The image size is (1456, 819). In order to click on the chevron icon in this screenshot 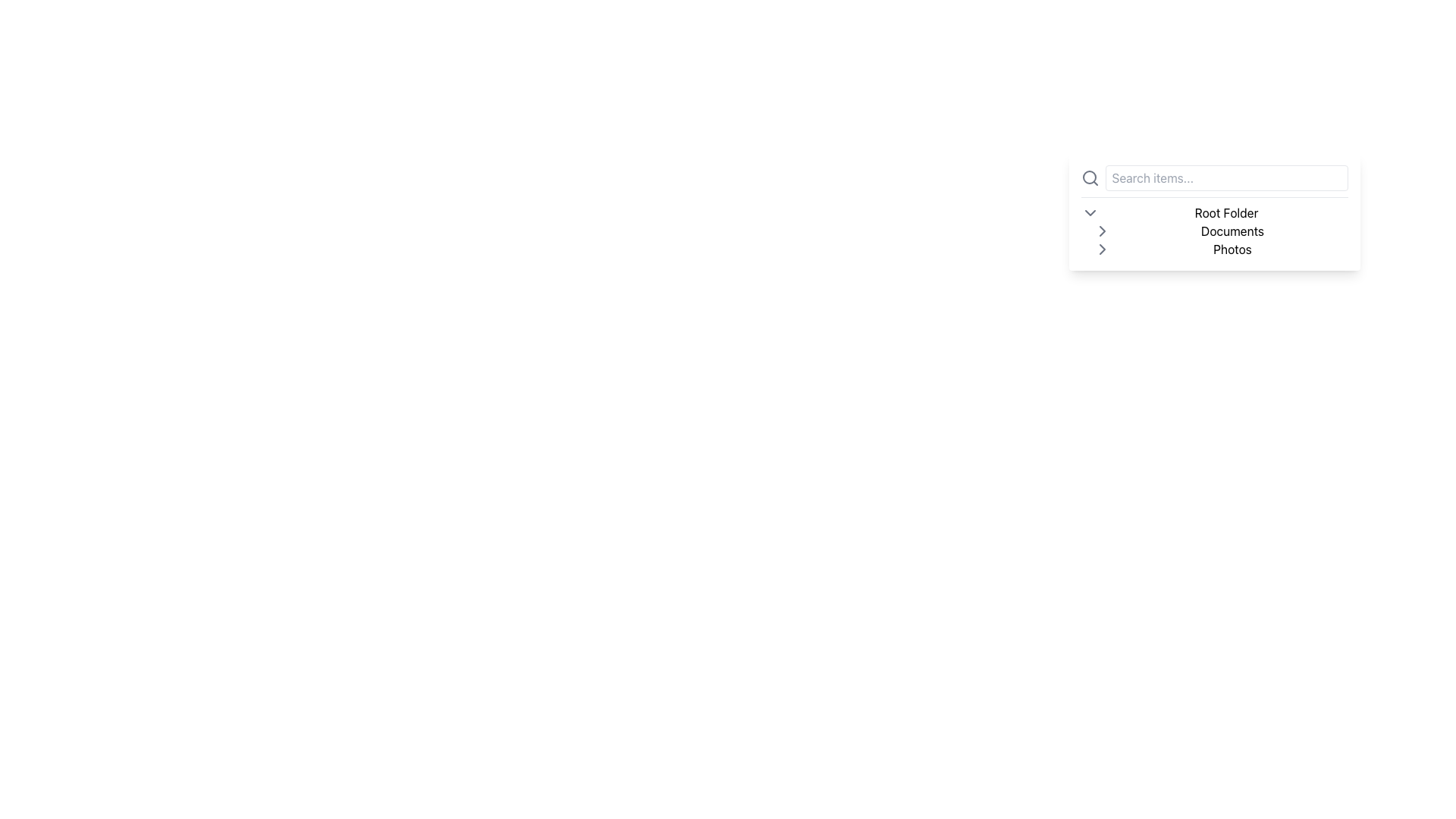, I will do `click(1089, 213)`.